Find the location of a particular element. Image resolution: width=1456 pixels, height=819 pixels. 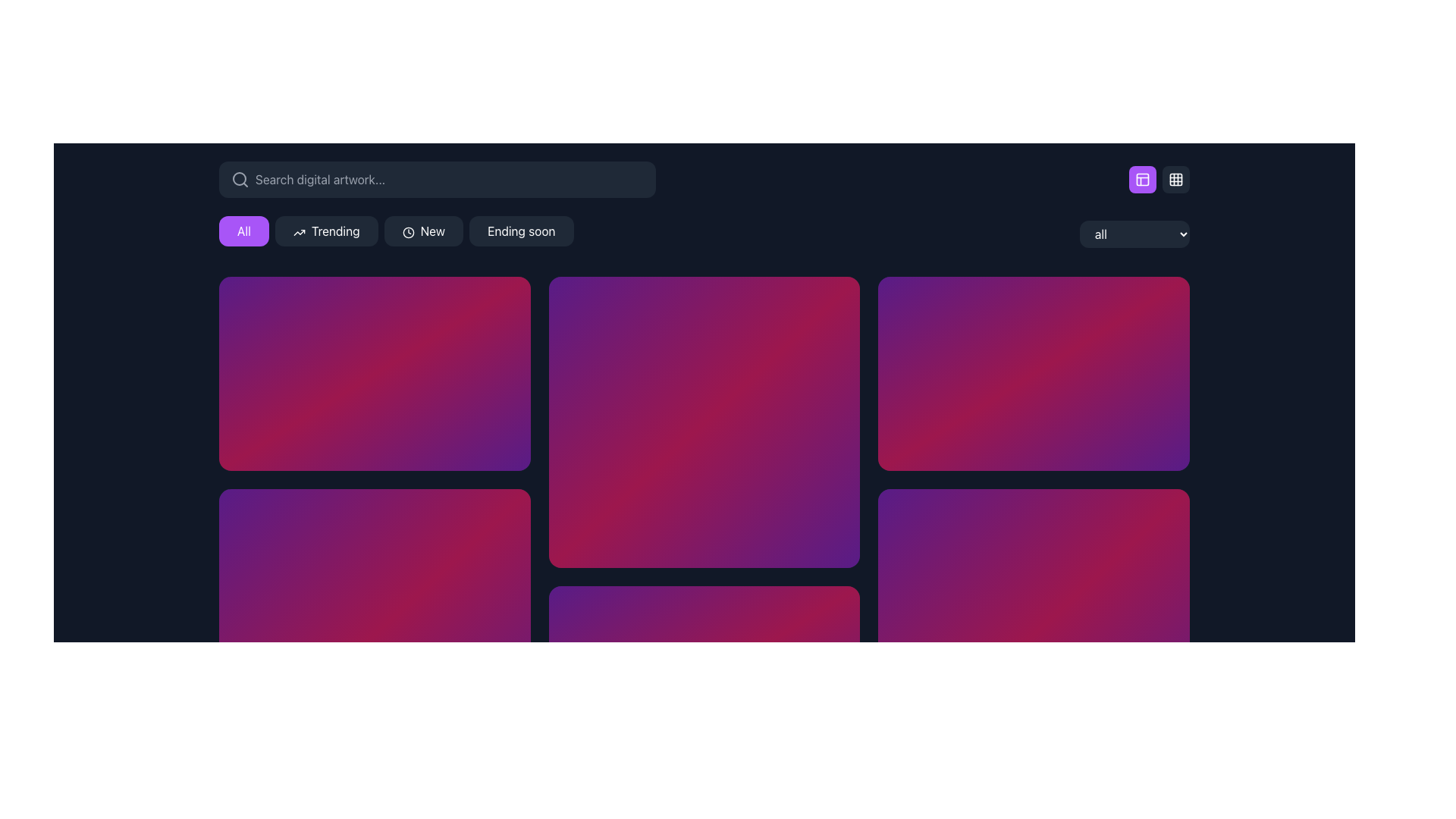

the leftmost button in a horizontal list is located at coordinates (243, 231).